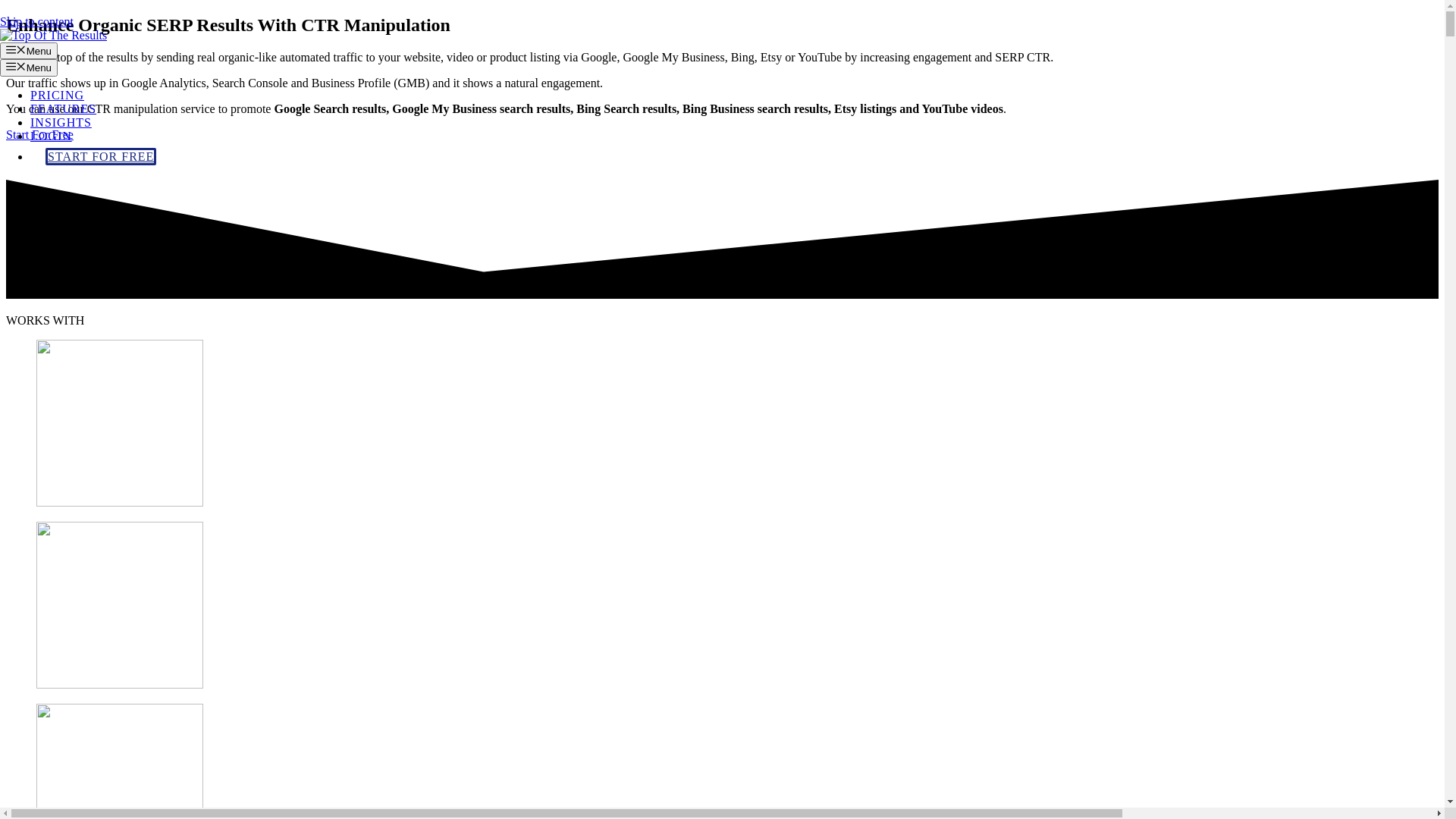 The image size is (1456, 819). Describe the element at coordinates (29, 49) in the screenshot. I see `'Menu'` at that location.